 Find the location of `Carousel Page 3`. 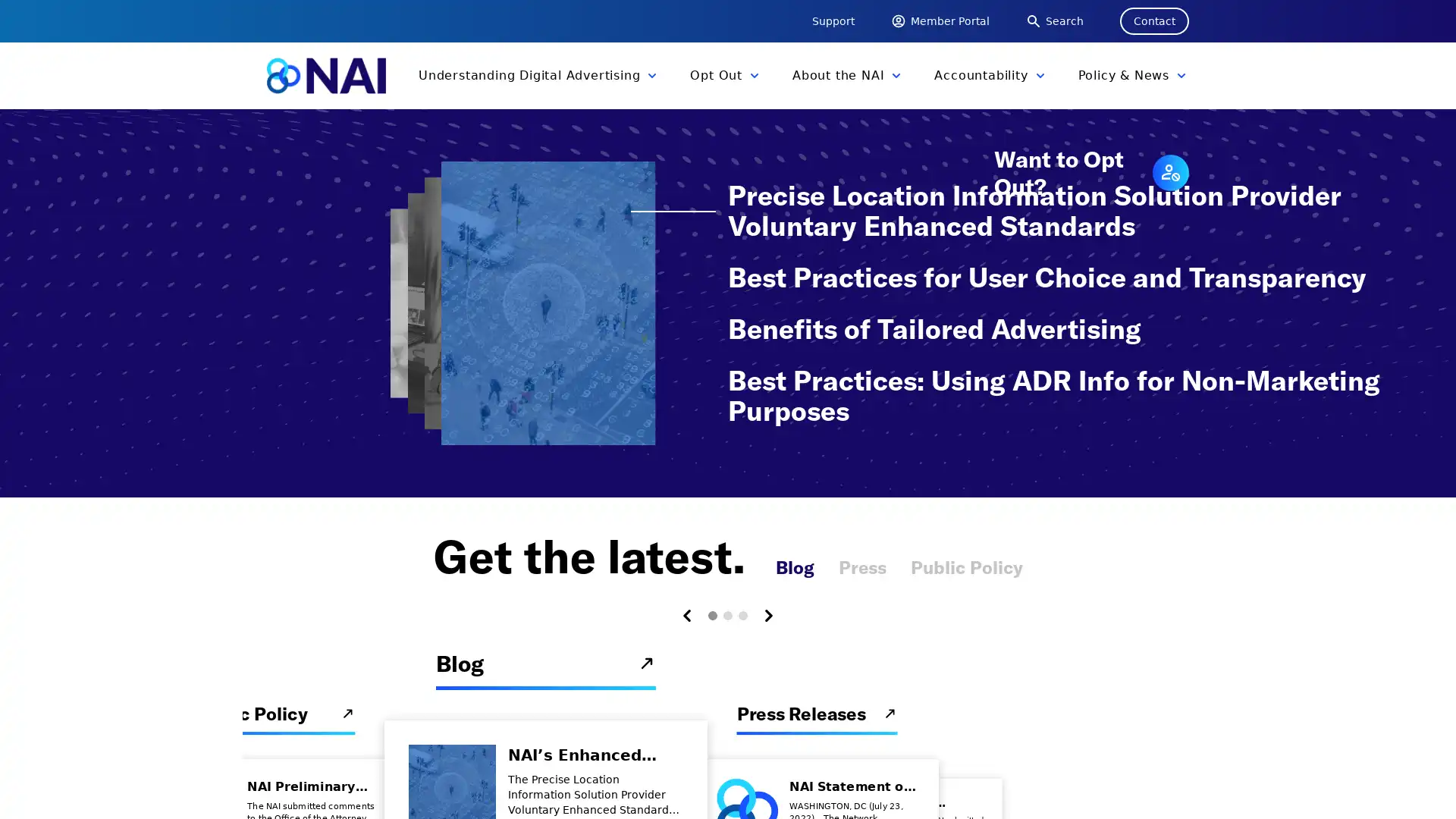

Carousel Page 3 is located at coordinates (742, 616).